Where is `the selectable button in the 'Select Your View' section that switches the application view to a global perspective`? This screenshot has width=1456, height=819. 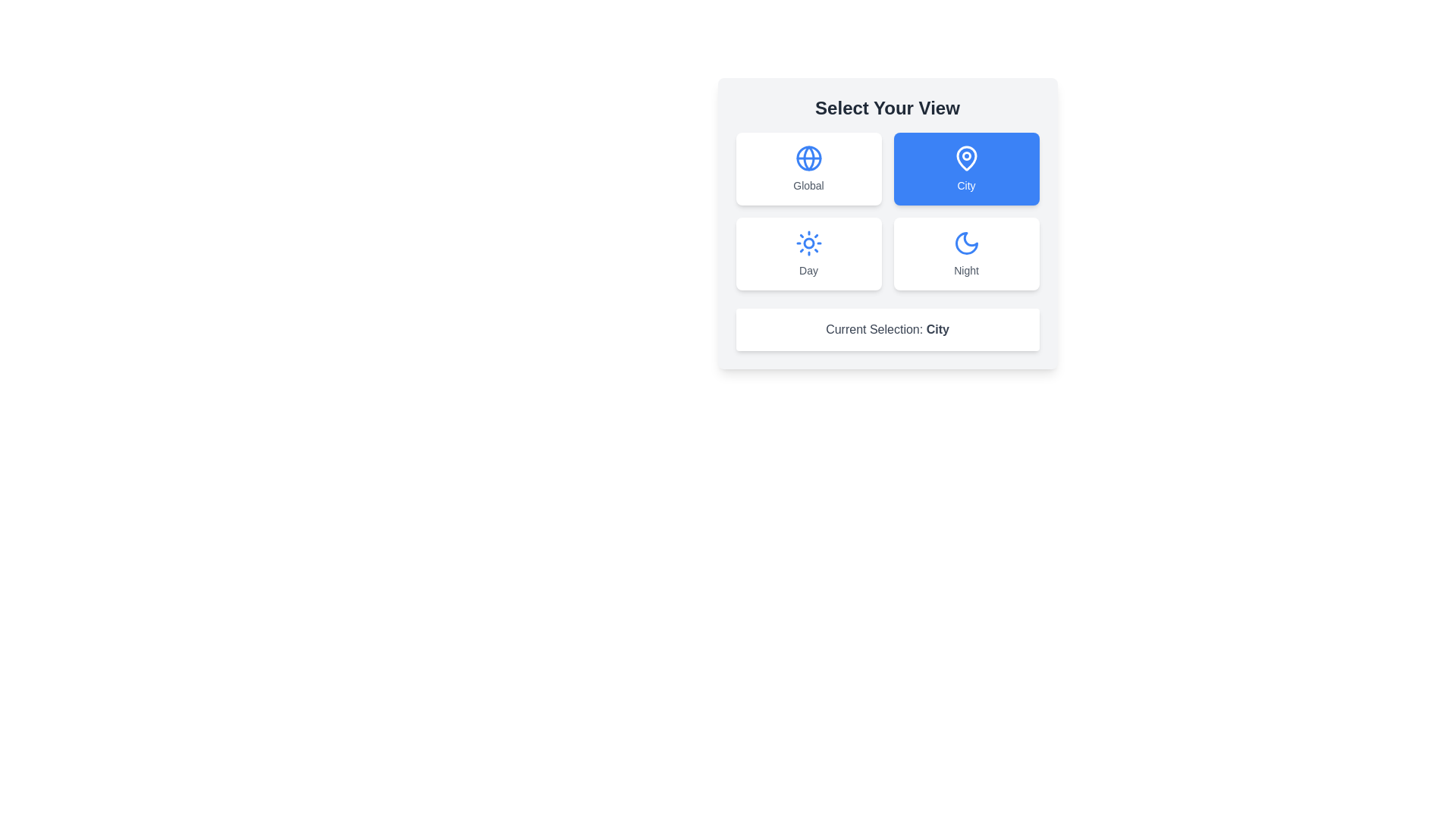
the selectable button in the 'Select Your View' section that switches the application view to a global perspective is located at coordinates (808, 169).